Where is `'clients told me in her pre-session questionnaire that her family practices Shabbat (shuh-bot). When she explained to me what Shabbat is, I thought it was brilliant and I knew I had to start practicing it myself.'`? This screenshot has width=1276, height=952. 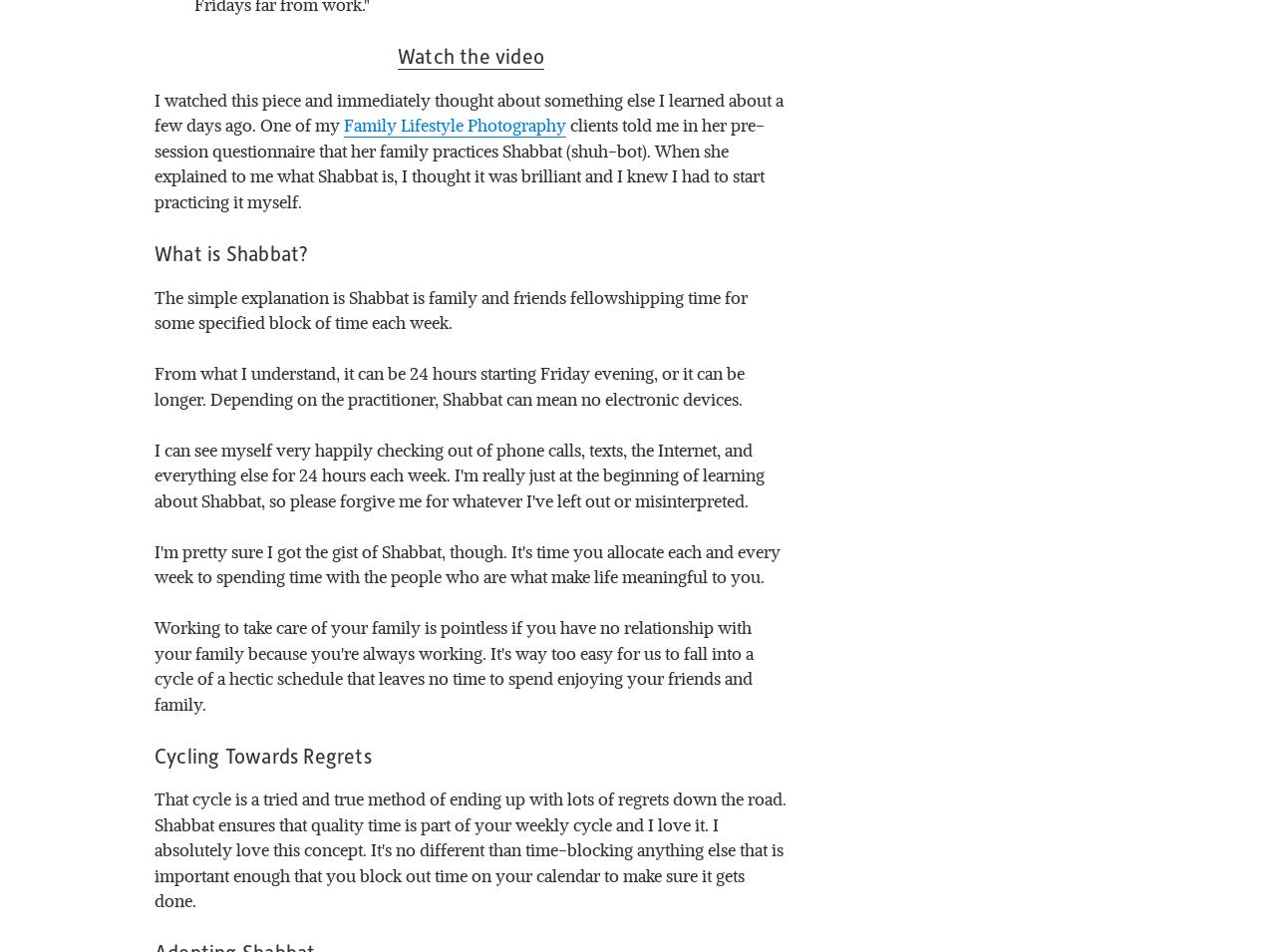
'clients told me in her pre-session questionnaire that her family practices Shabbat (shuh-bot). When she explained to me what Shabbat is, I thought it was brilliant and I knew I had to start practicing it myself.' is located at coordinates (460, 162).